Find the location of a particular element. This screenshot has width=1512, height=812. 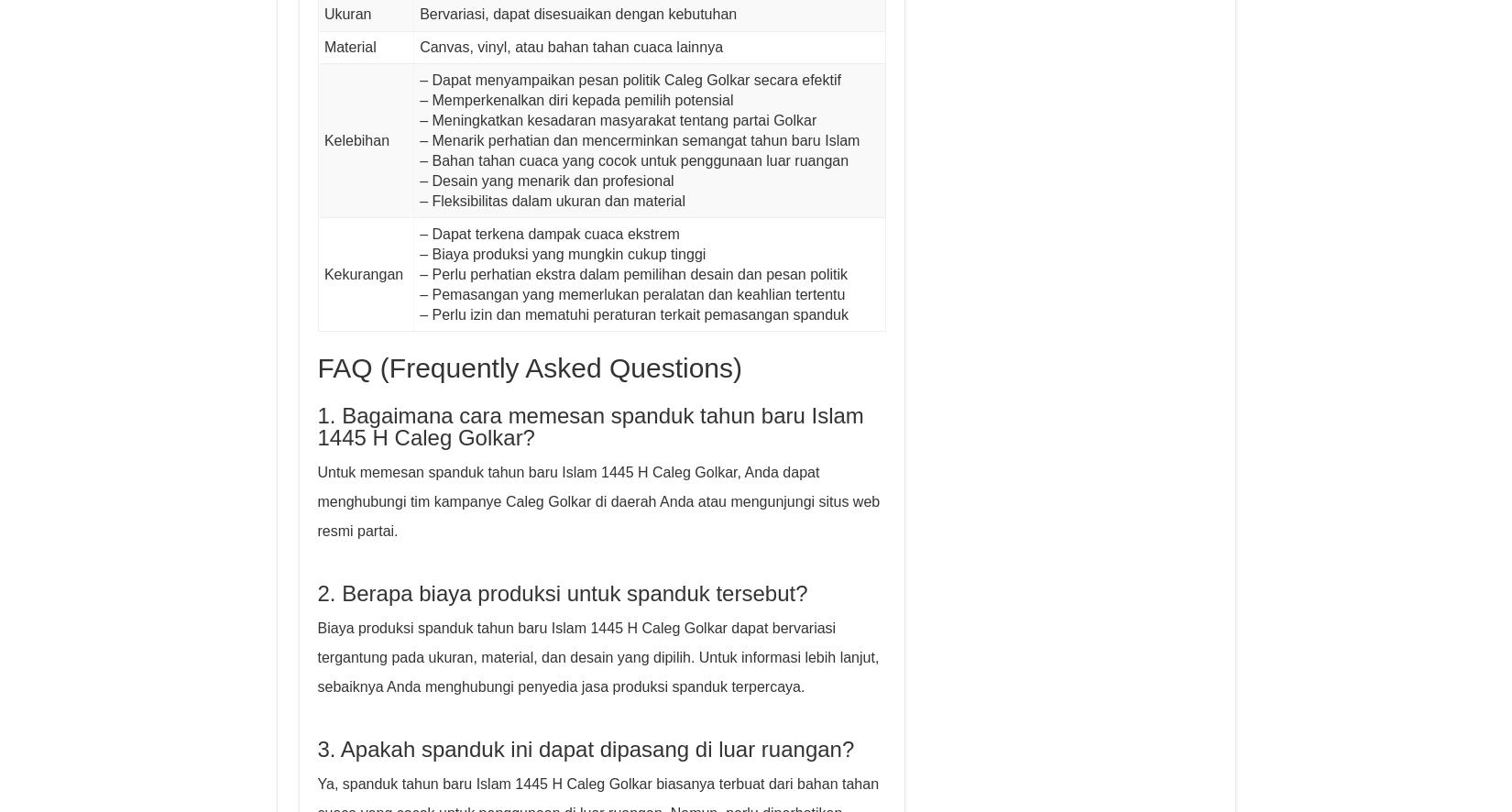

'Ukuran' is located at coordinates (323, 14).